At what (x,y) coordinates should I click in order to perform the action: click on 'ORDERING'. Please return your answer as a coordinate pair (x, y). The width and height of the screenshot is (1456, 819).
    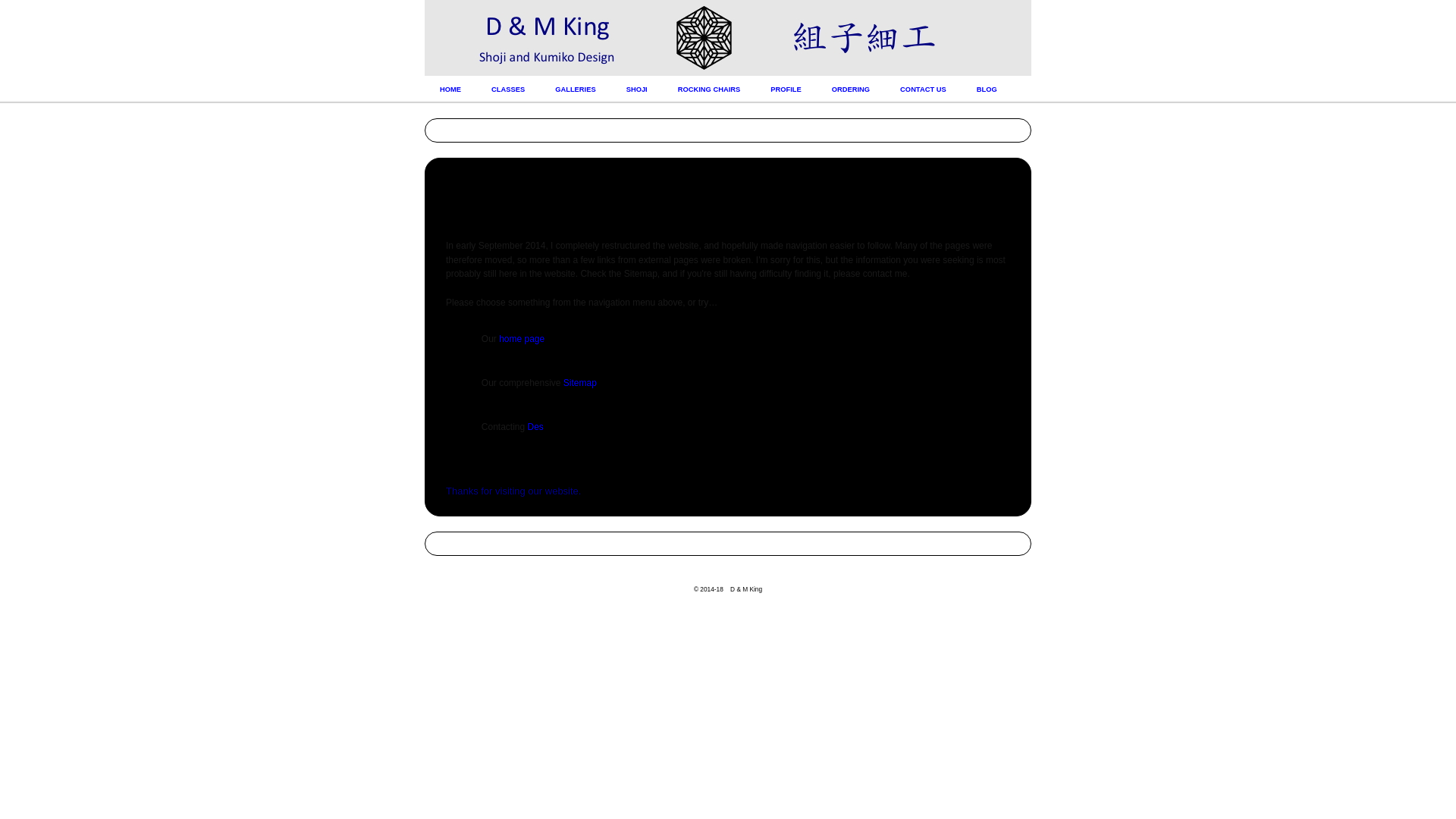
    Looking at the image, I should click on (851, 89).